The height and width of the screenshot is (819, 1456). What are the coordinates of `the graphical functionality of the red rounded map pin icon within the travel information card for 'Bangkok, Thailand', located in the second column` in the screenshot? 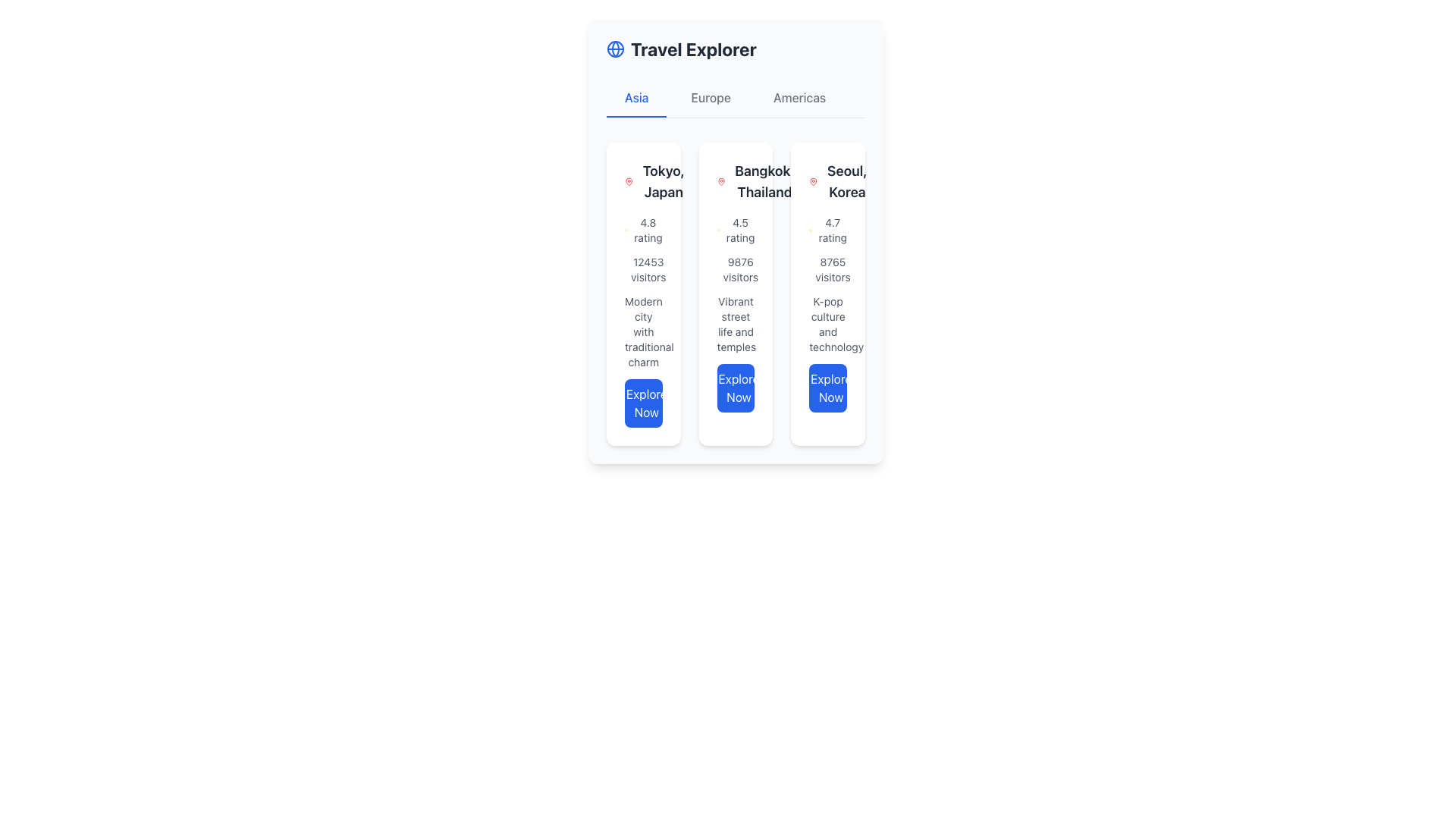 It's located at (720, 180).